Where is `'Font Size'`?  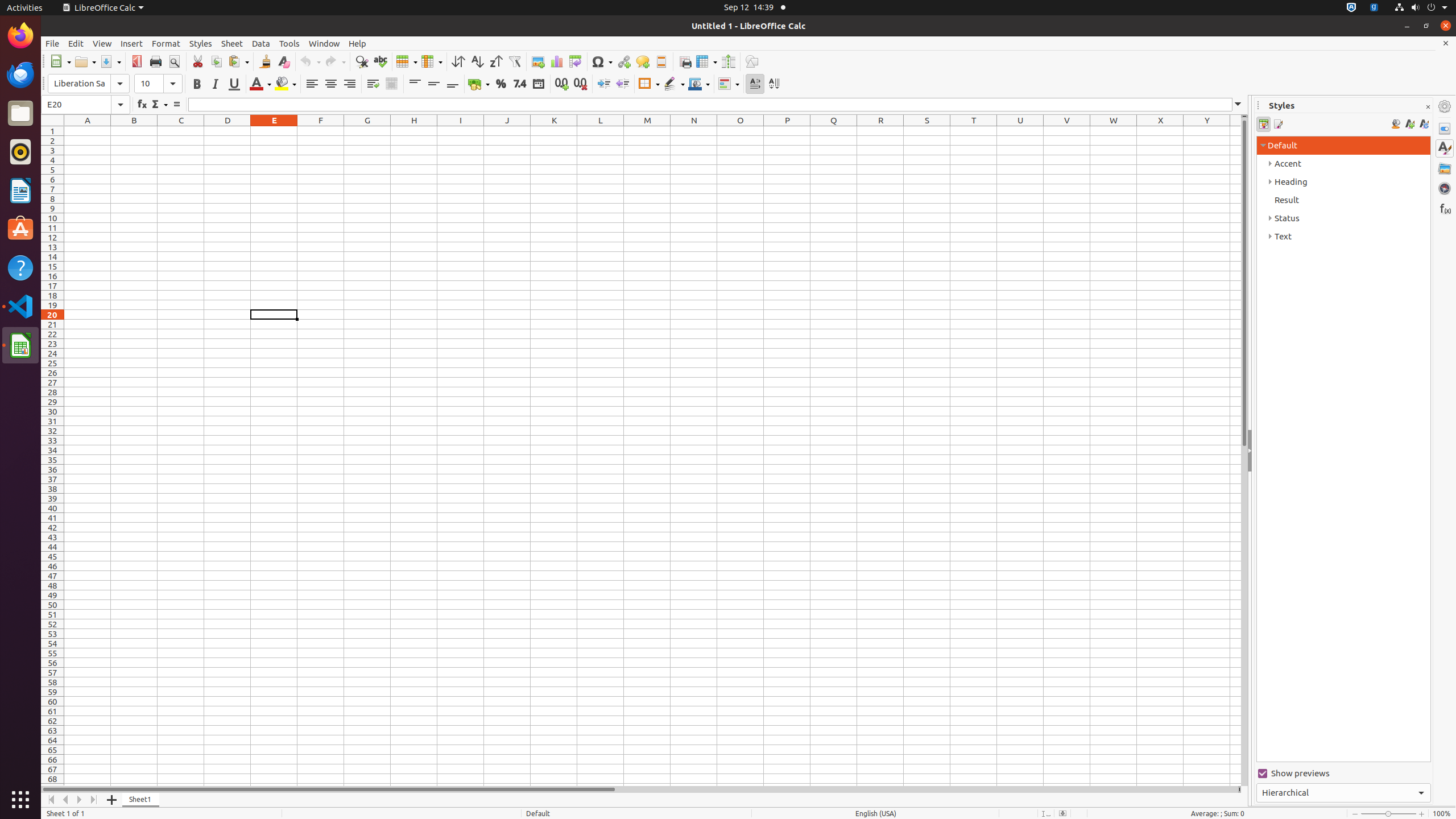
'Font Size' is located at coordinates (158, 83).